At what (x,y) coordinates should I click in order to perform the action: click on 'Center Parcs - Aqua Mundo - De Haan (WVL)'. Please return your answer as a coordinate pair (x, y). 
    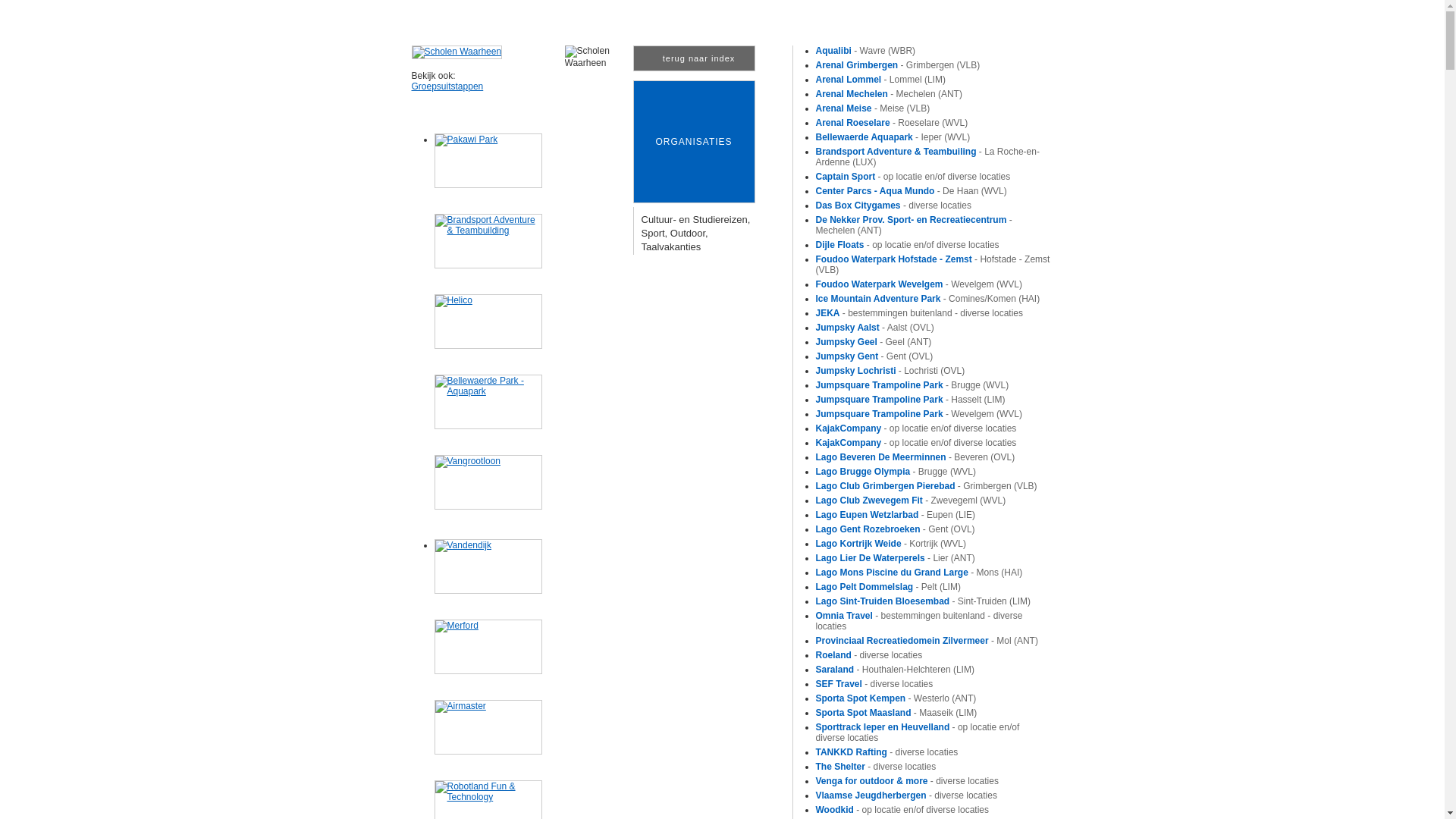
    Looking at the image, I should click on (814, 190).